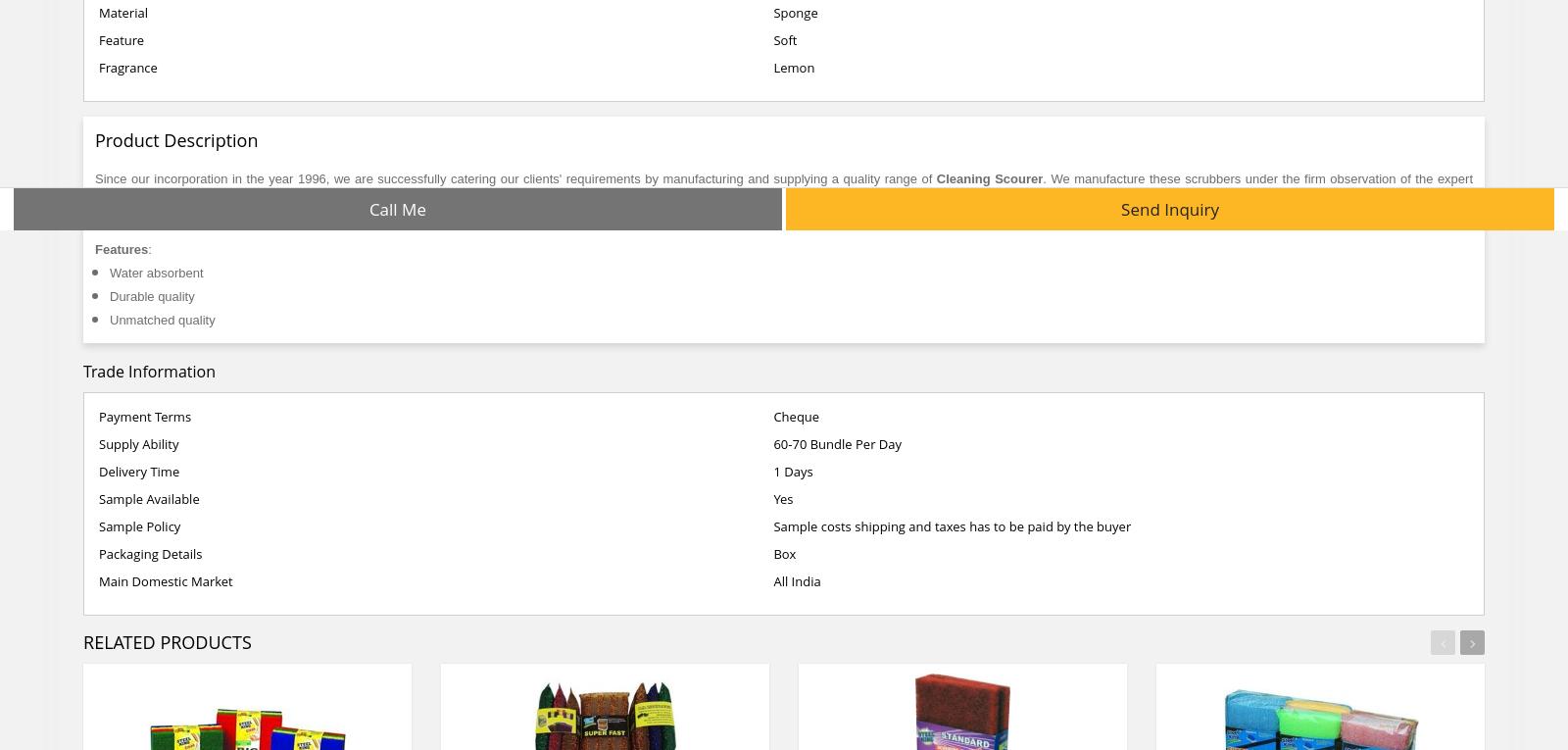  What do you see at coordinates (97, 525) in the screenshot?
I see `'Sample Policy'` at bounding box center [97, 525].